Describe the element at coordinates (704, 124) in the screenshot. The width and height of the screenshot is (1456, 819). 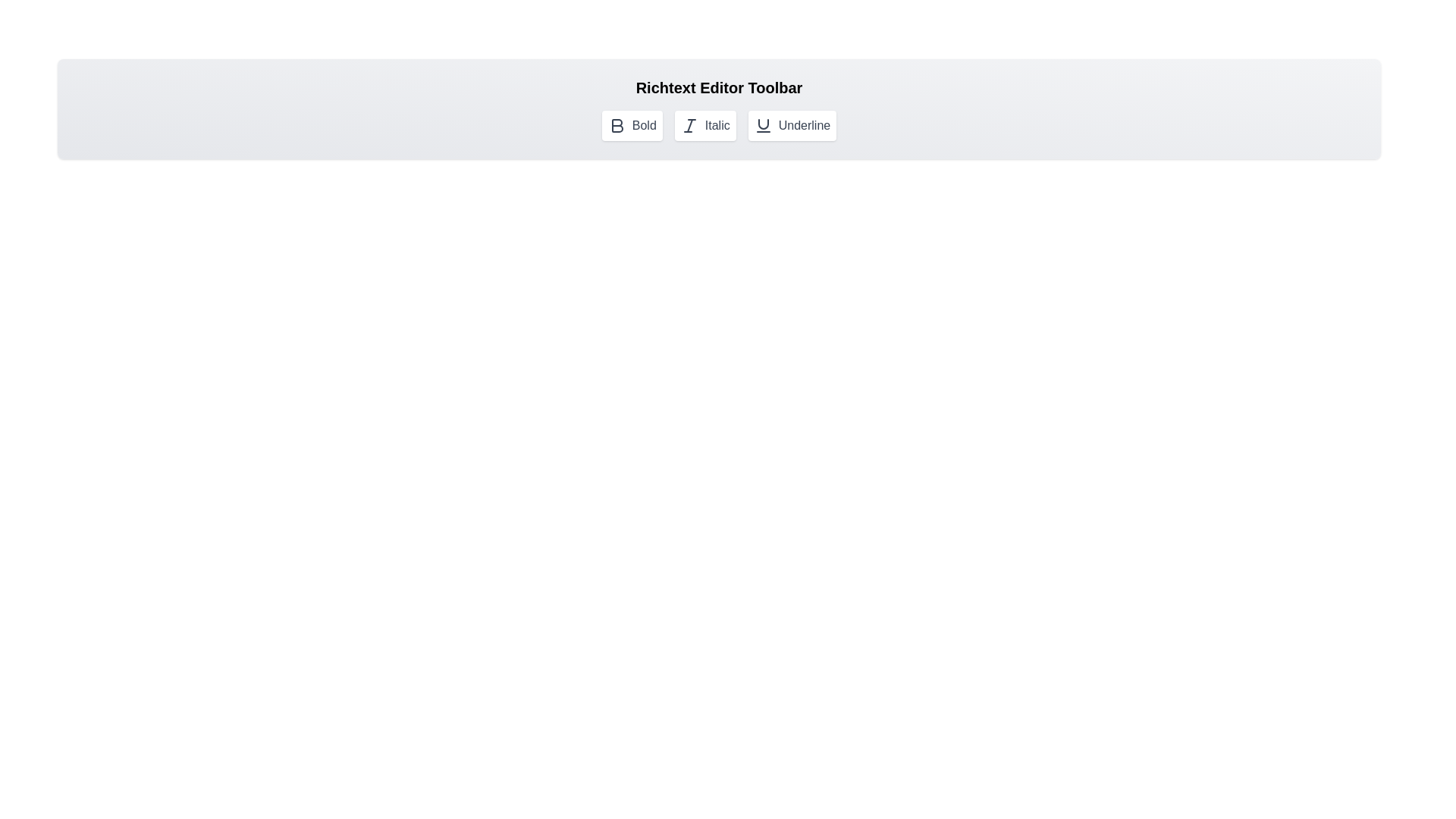
I see `the 'Italic' button to toggle italic formatting` at that location.